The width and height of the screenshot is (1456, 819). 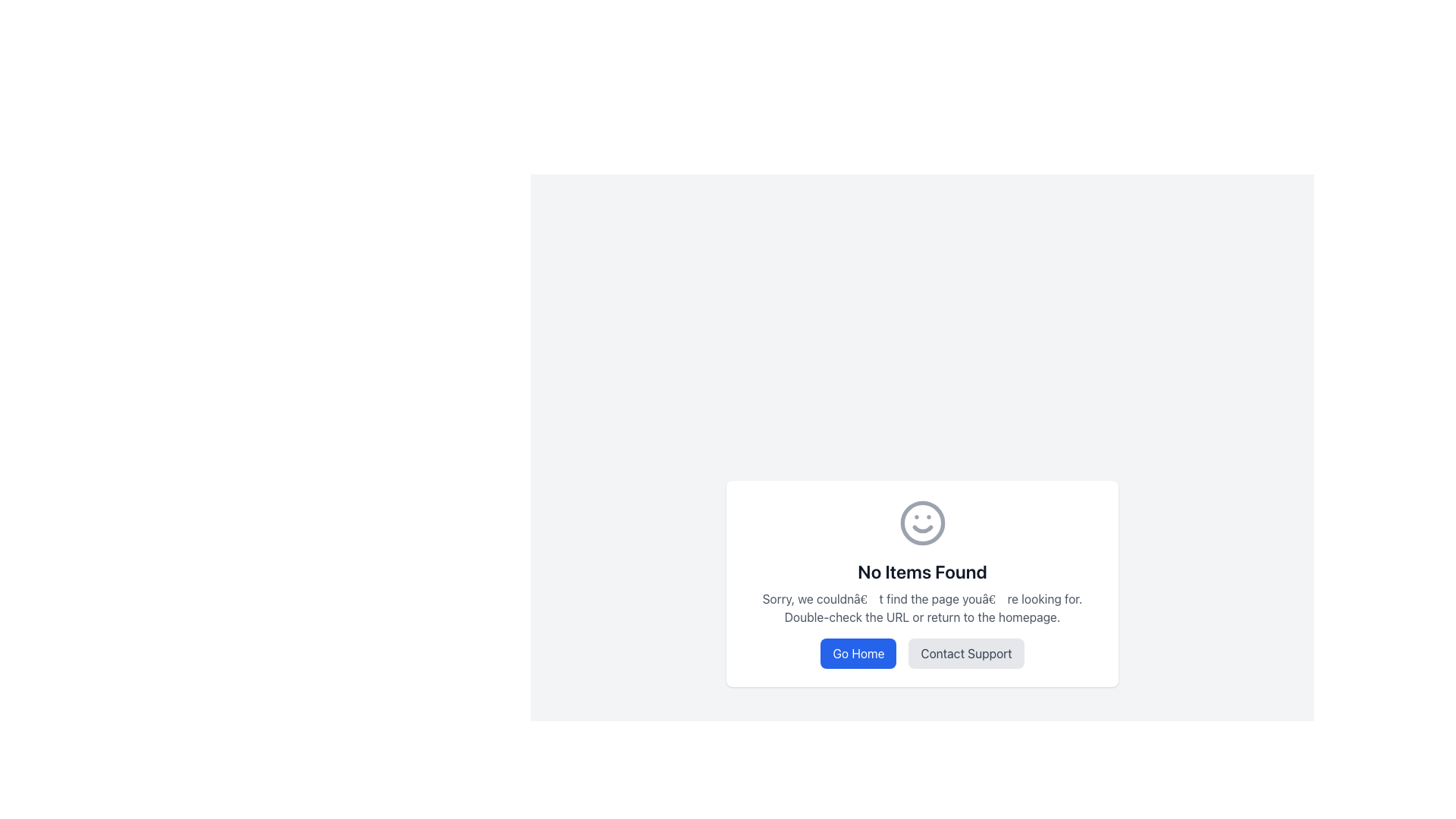 What do you see at coordinates (921, 522) in the screenshot?
I see `the circular smiley face icon rendered in light gray color, positioned at the top center of the message card displaying 'No Items Found'` at bounding box center [921, 522].